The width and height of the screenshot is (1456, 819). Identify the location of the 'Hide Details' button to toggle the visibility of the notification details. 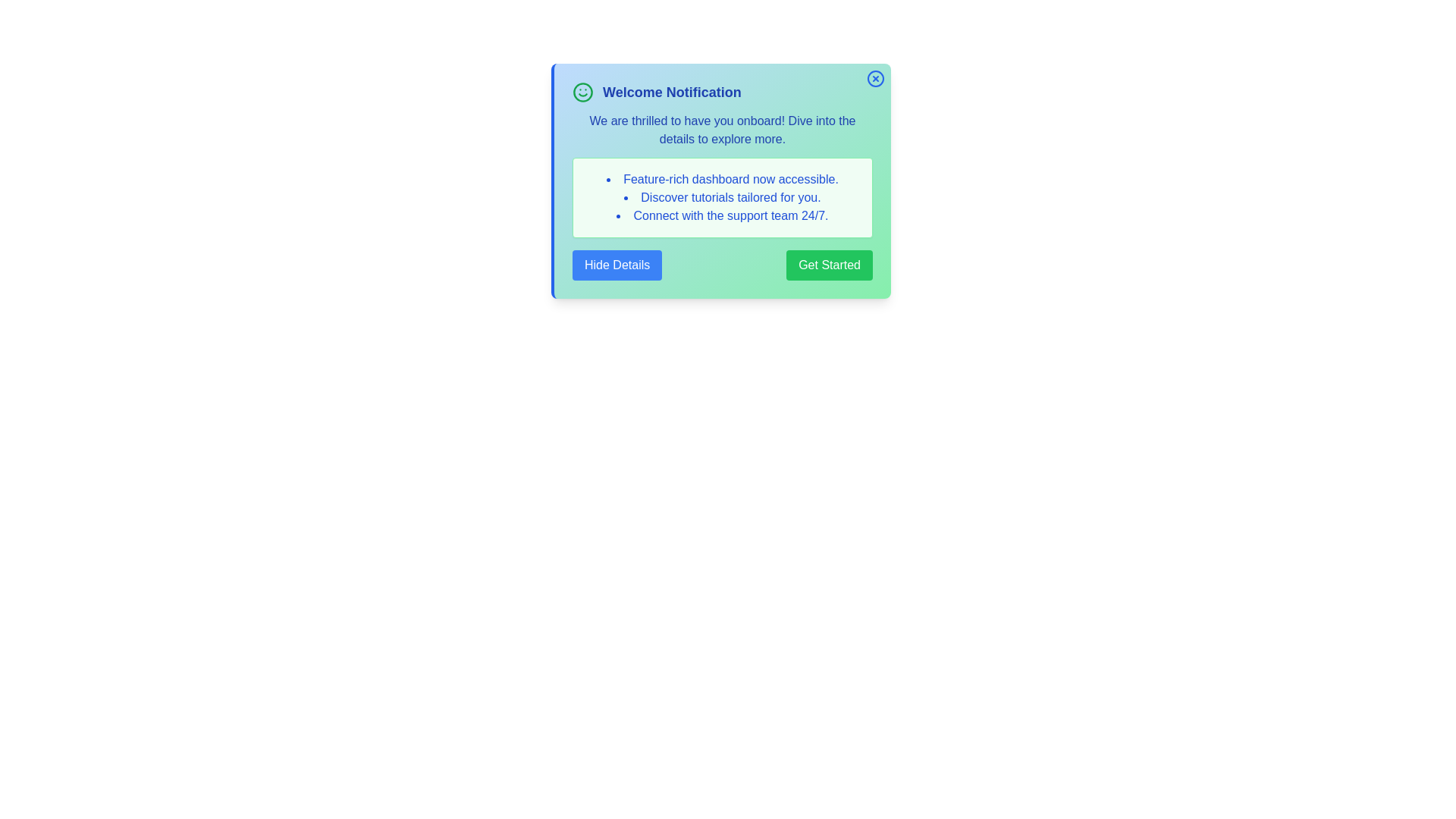
(617, 265).